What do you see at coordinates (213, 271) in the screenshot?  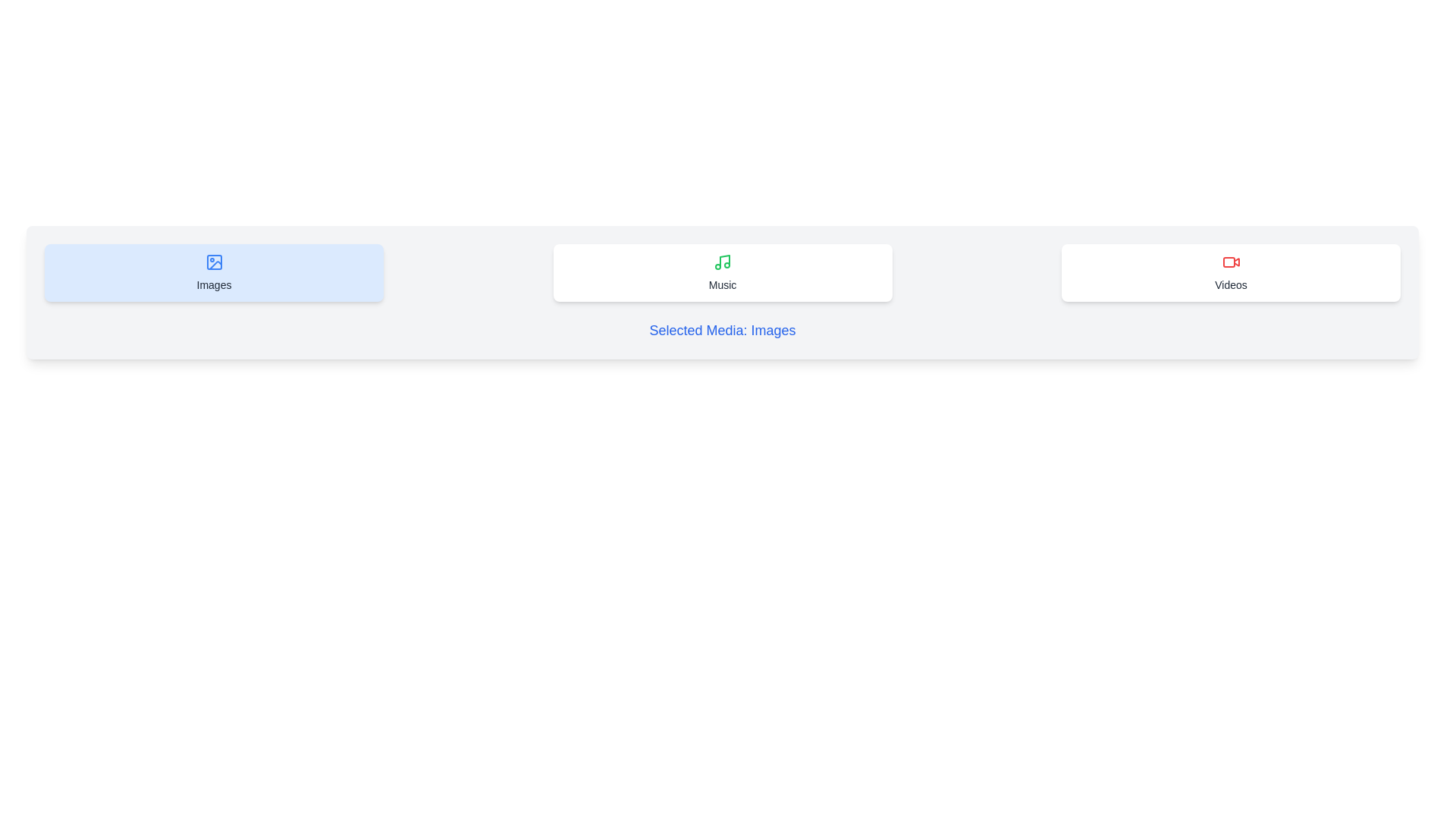 I see `the Images button to observe its hover effect` at bounding box center [213, 271].